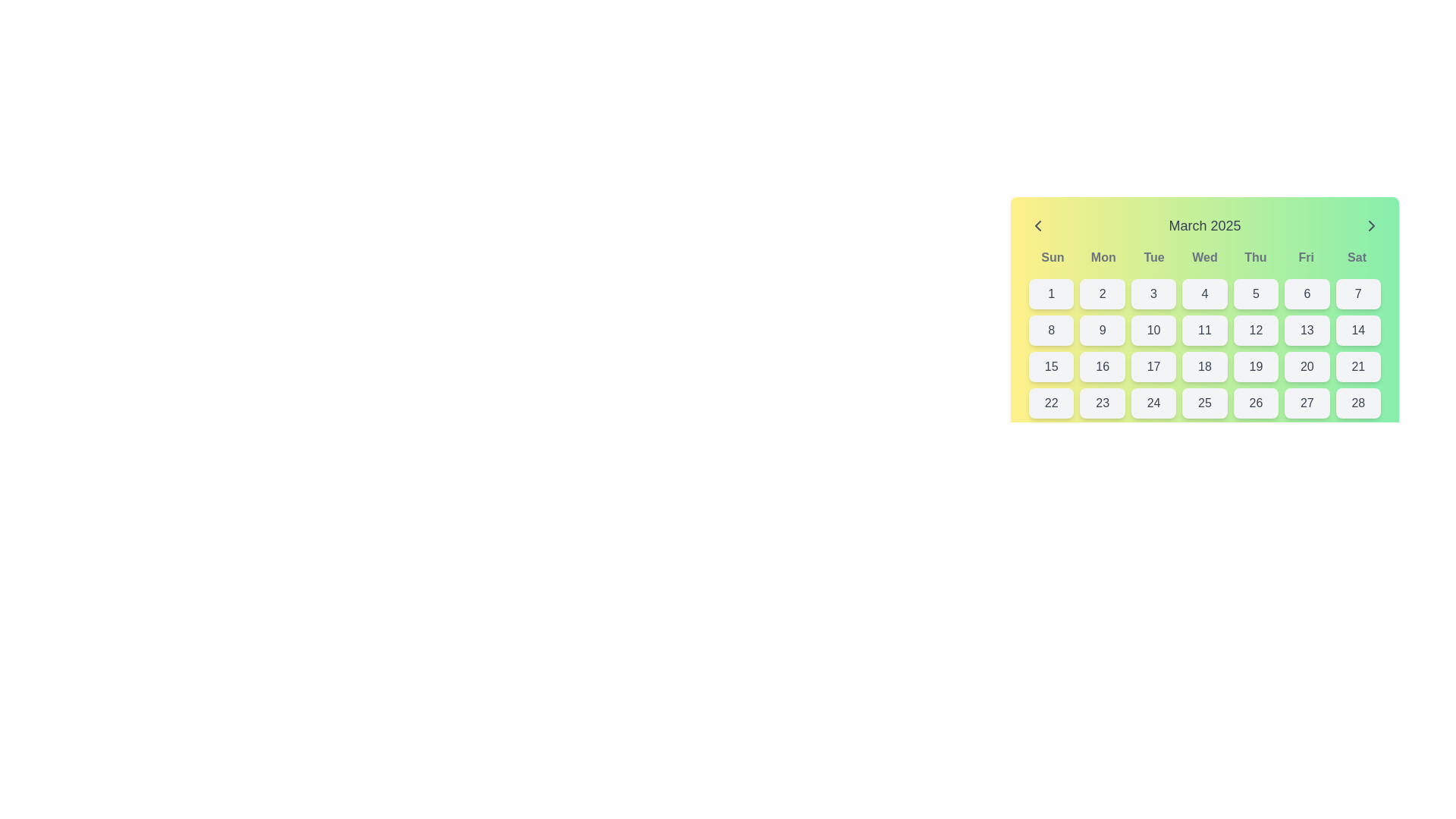 The height and width of the screenshot is (819, 1456). Describe the element at coordinates (1357, 256) in the screenshot. I see `the text label indicating 'Saturday' at the top-right of the calendar widget, which is the last item in the grid of weekday labels` at that location.